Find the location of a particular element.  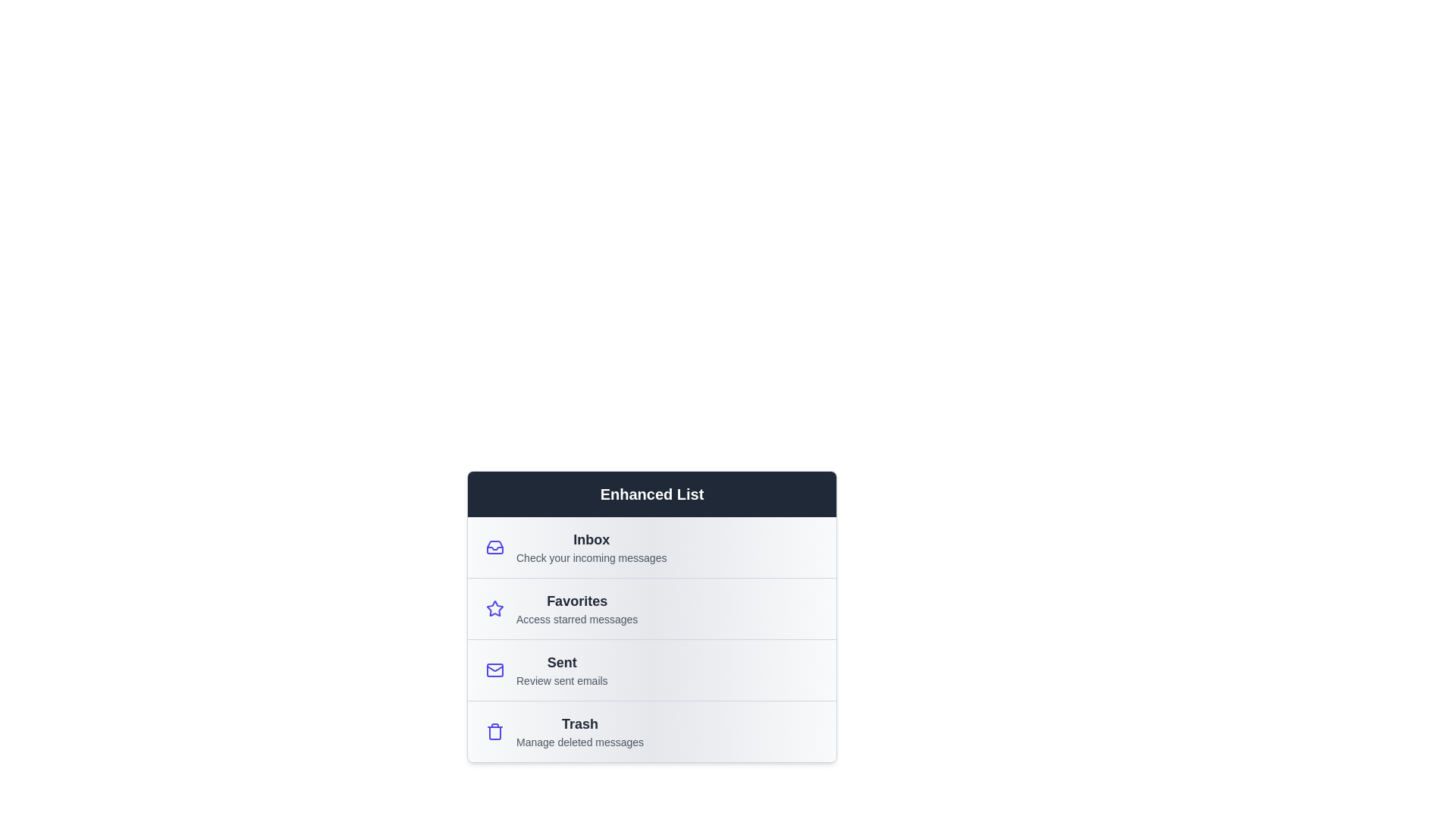

the star icon located is located at coordinates (494, 607).